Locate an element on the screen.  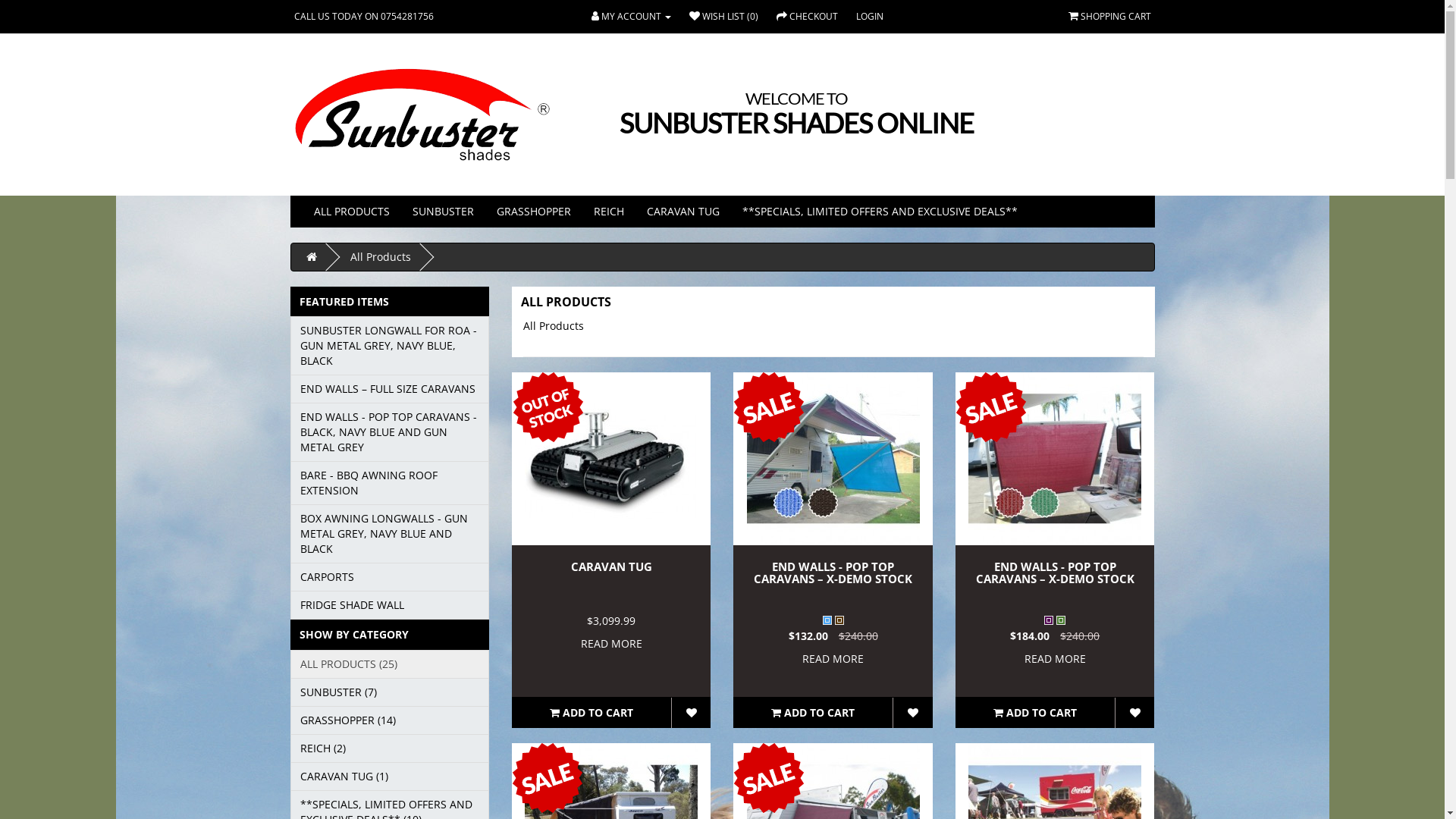
'WISH LIST (0)' is located at coordinates (723, 16).